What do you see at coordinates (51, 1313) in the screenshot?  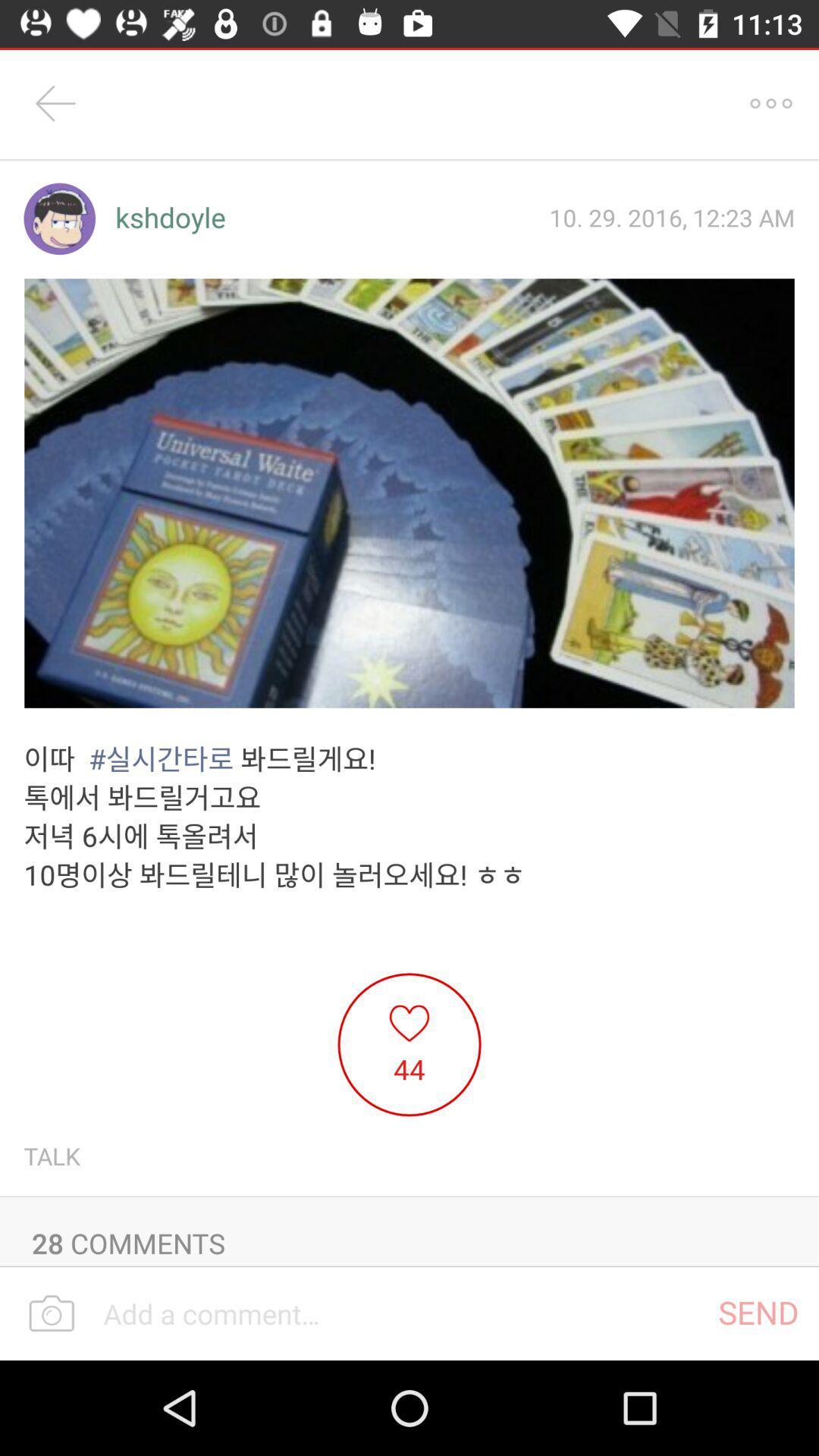 I see `the photo icon` at bounding box center [51, 1313].